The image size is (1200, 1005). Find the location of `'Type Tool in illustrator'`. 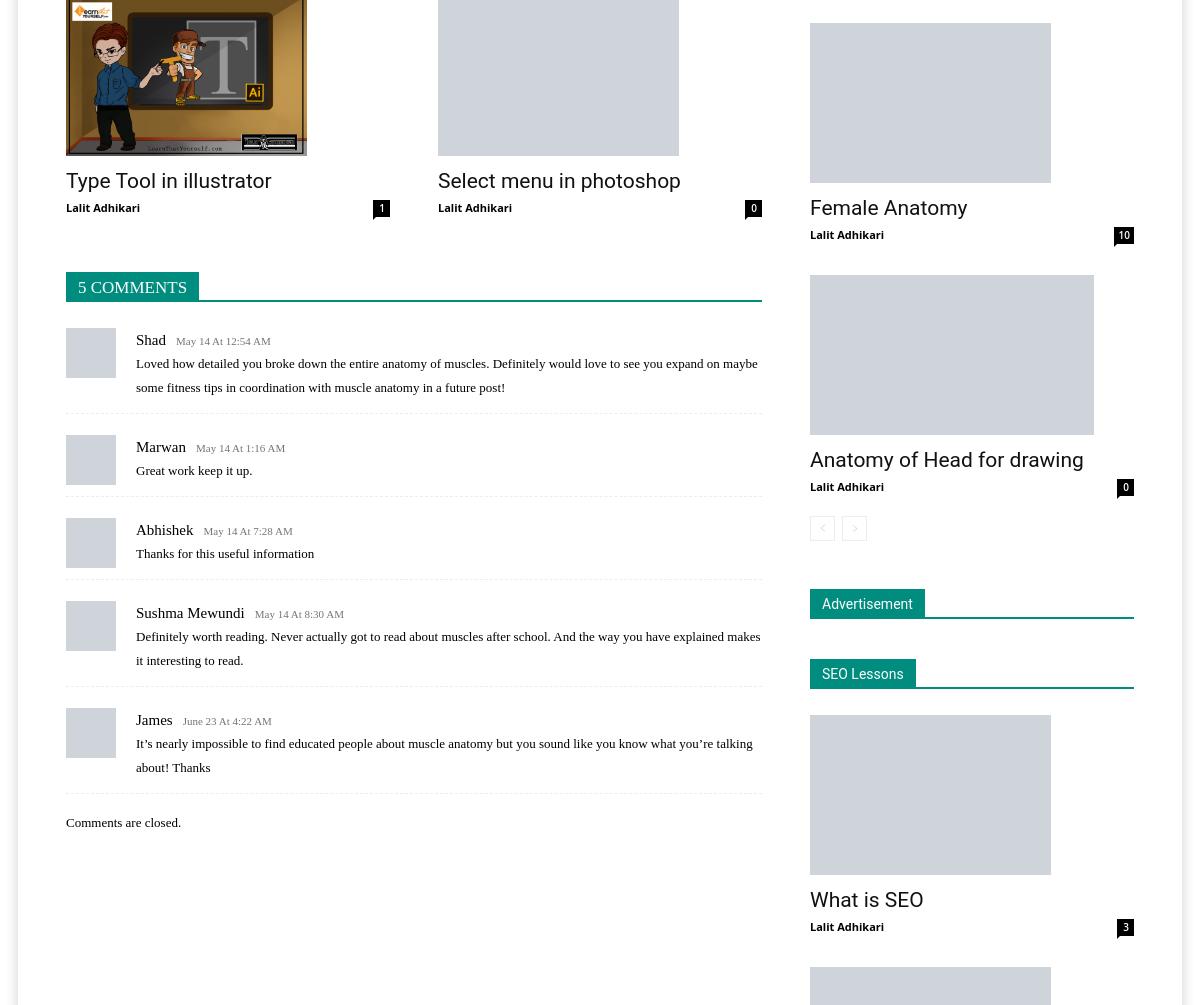

'Type Tool in illustrator' is located at coordinates (167, 180).